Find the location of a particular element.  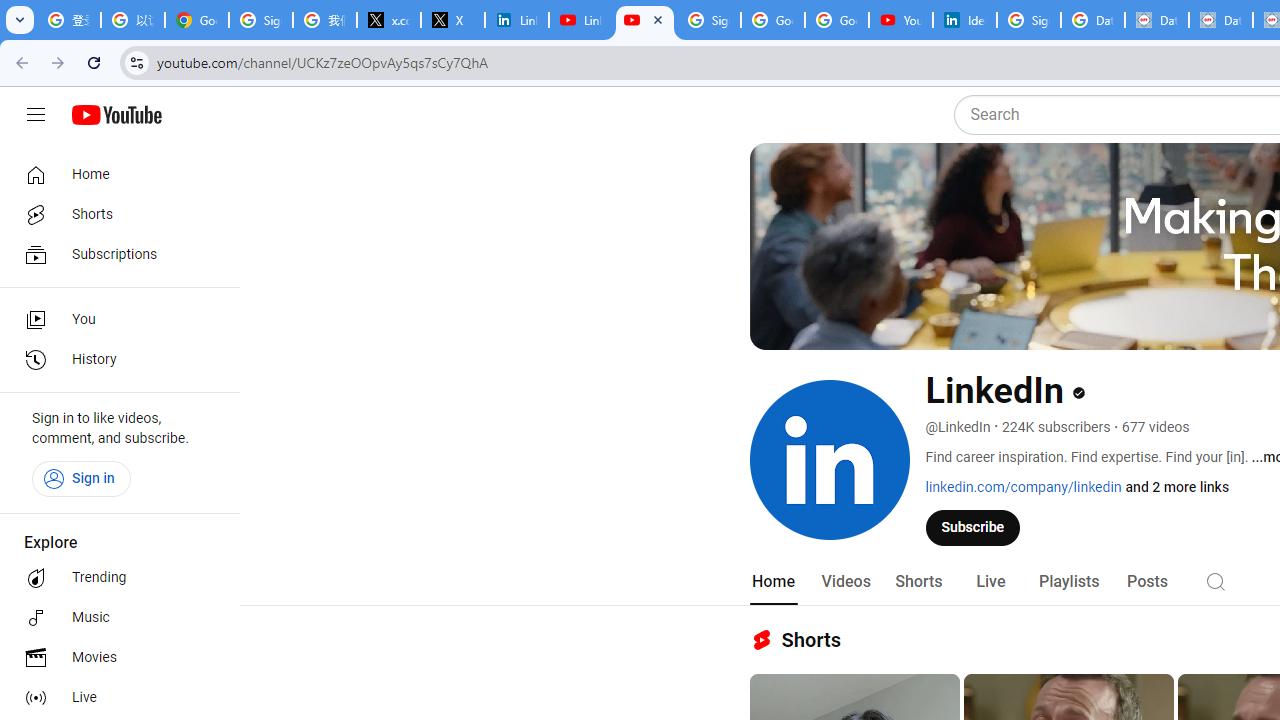

'Data Privacy Framework' is located at coordinates (1157, 20).